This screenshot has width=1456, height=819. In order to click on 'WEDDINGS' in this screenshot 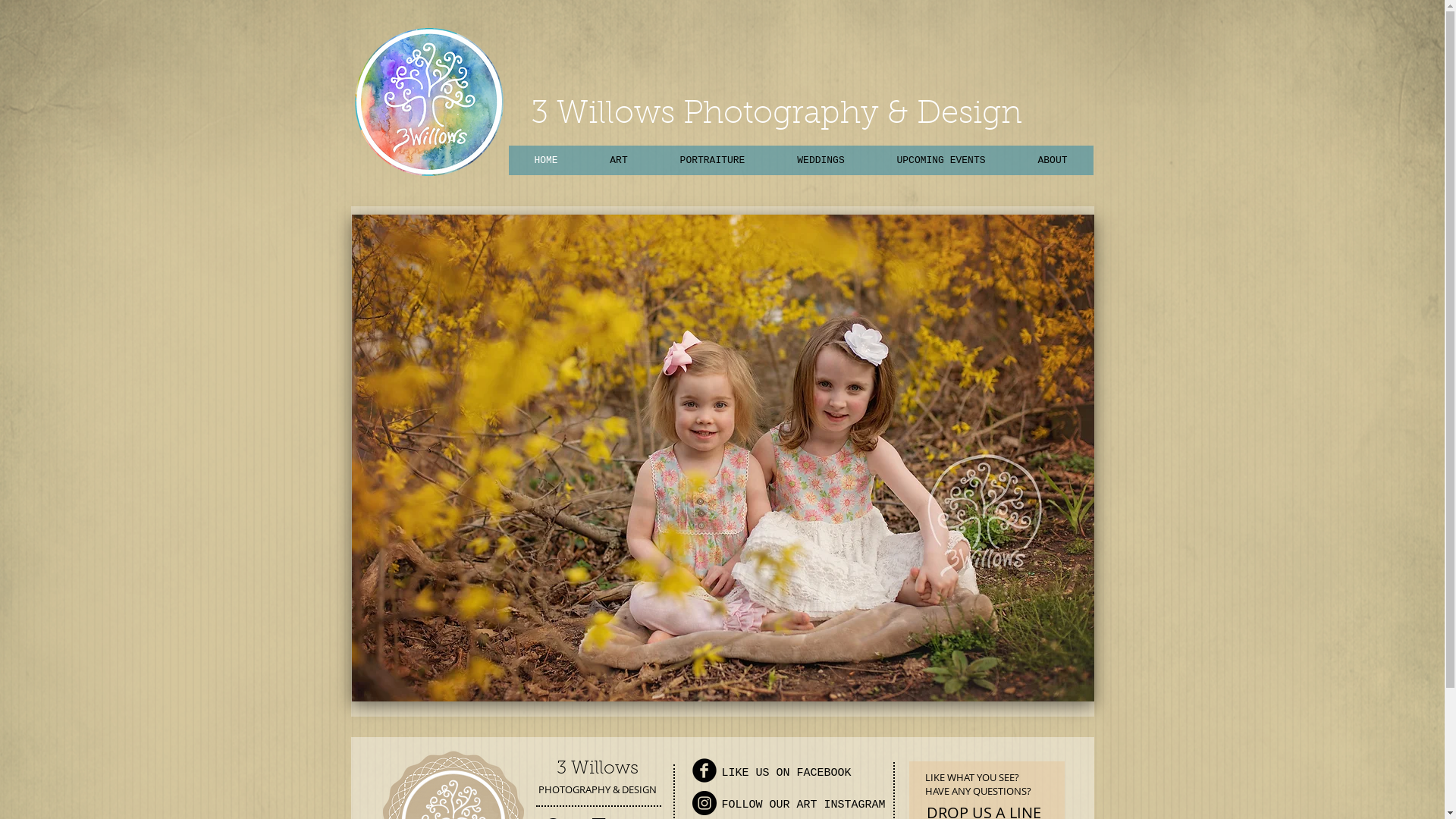, I will do `click(819, 160)`.